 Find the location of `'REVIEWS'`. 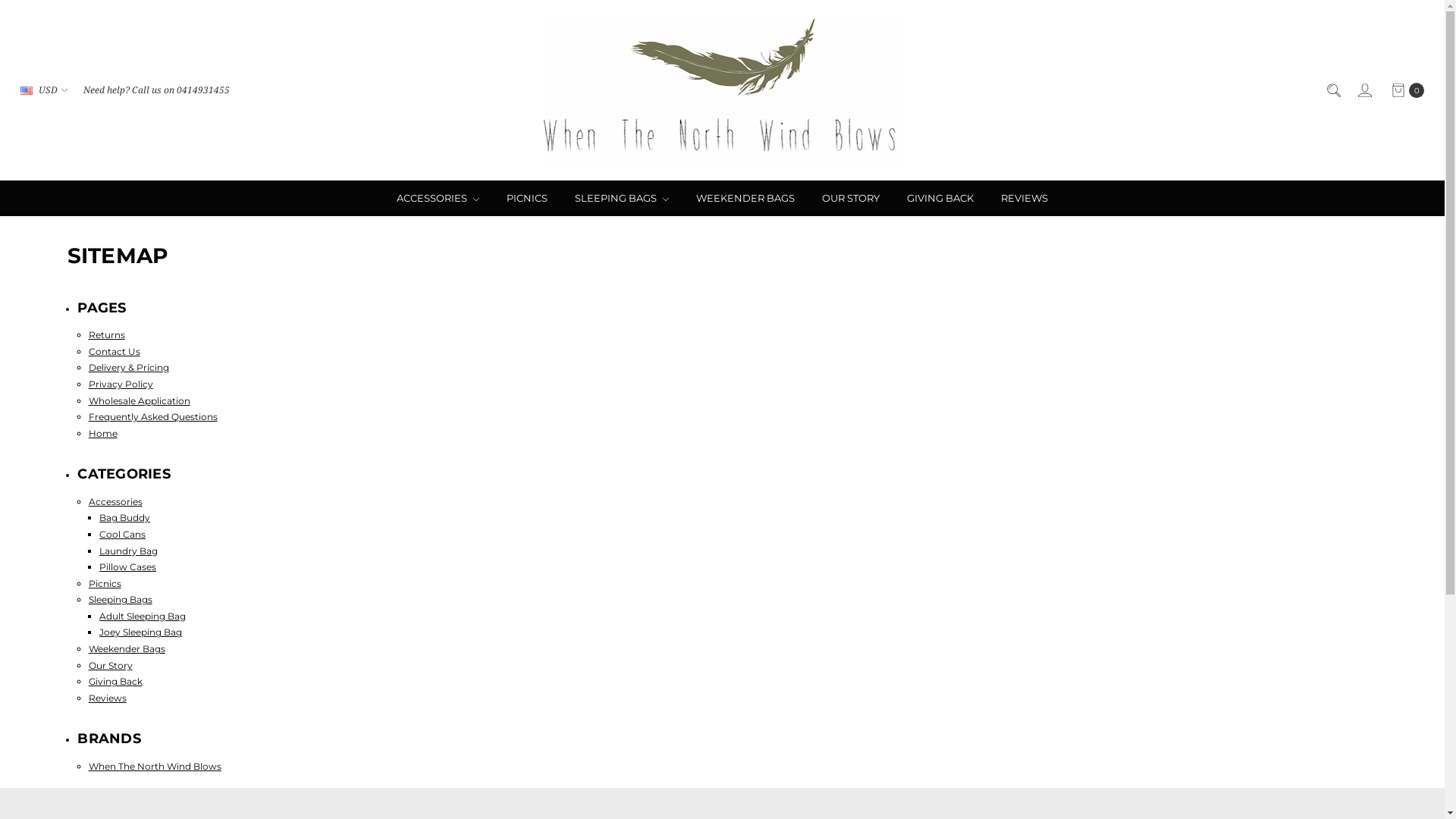

'REVIEWS' is located at coordinates (1024, 197).